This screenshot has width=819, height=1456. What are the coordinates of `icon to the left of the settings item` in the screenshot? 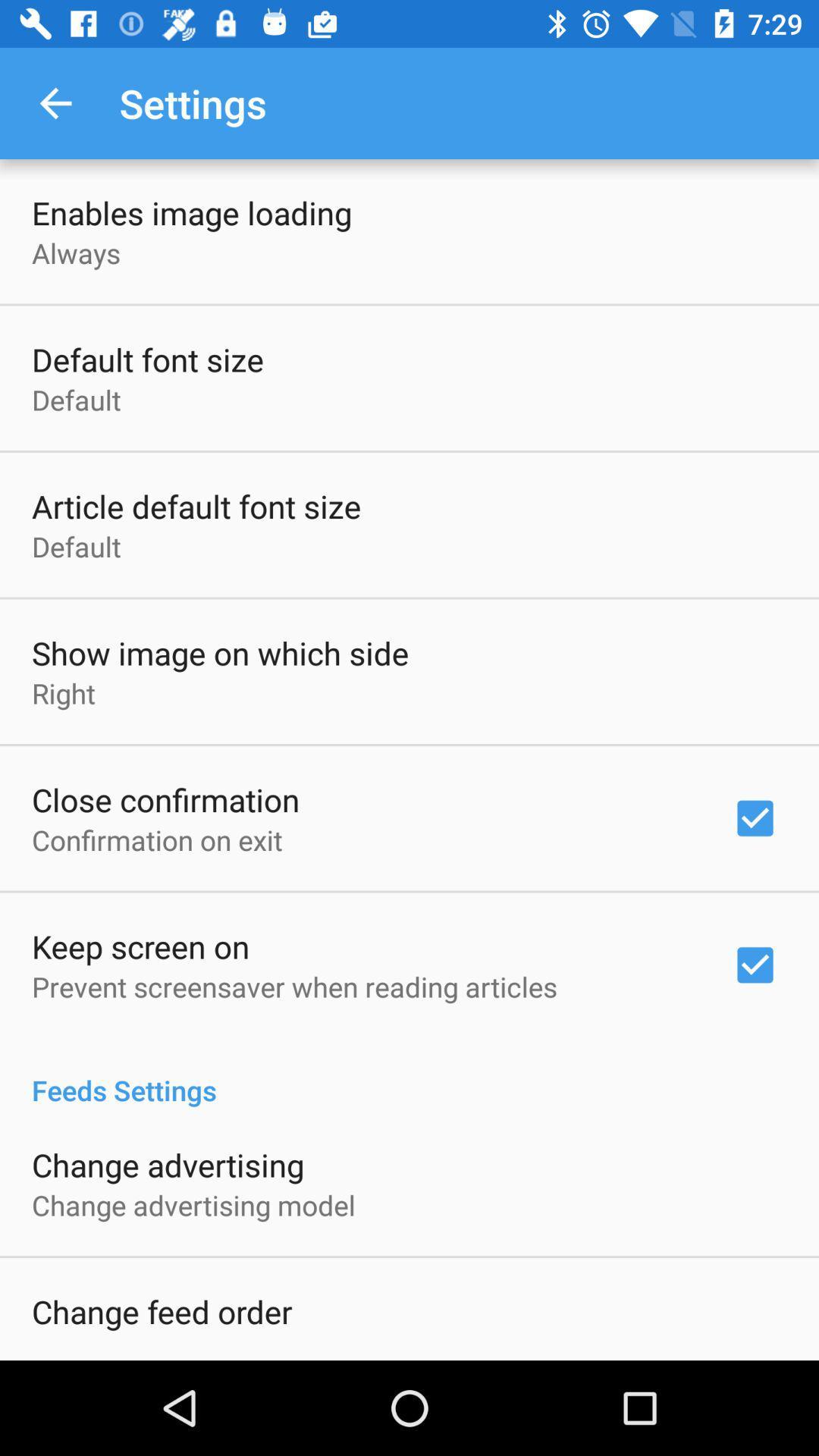 It's located at (55, 102).